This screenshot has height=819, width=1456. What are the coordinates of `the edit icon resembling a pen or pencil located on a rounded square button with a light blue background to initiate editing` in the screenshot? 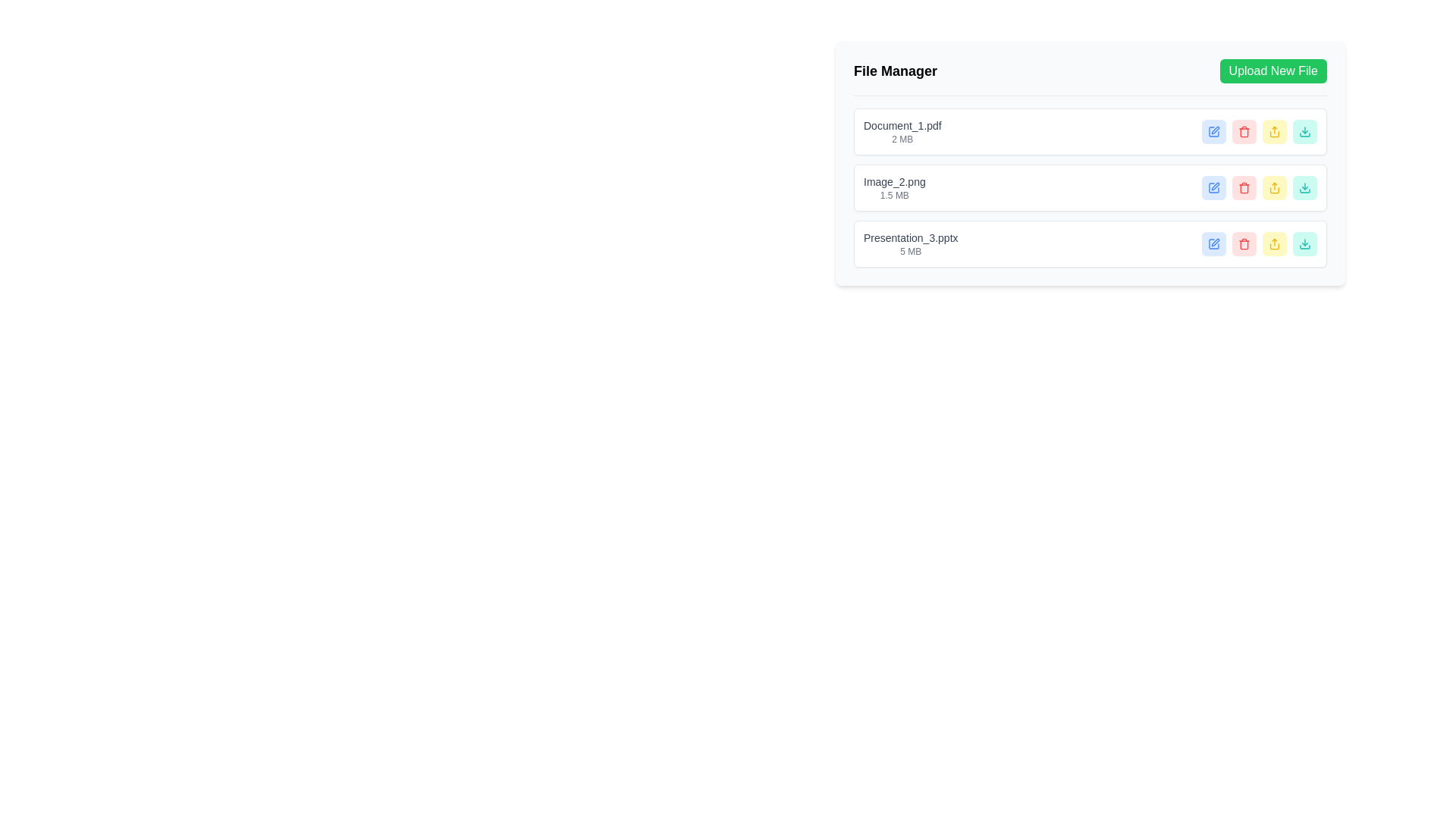 It's located at (1214, 243).